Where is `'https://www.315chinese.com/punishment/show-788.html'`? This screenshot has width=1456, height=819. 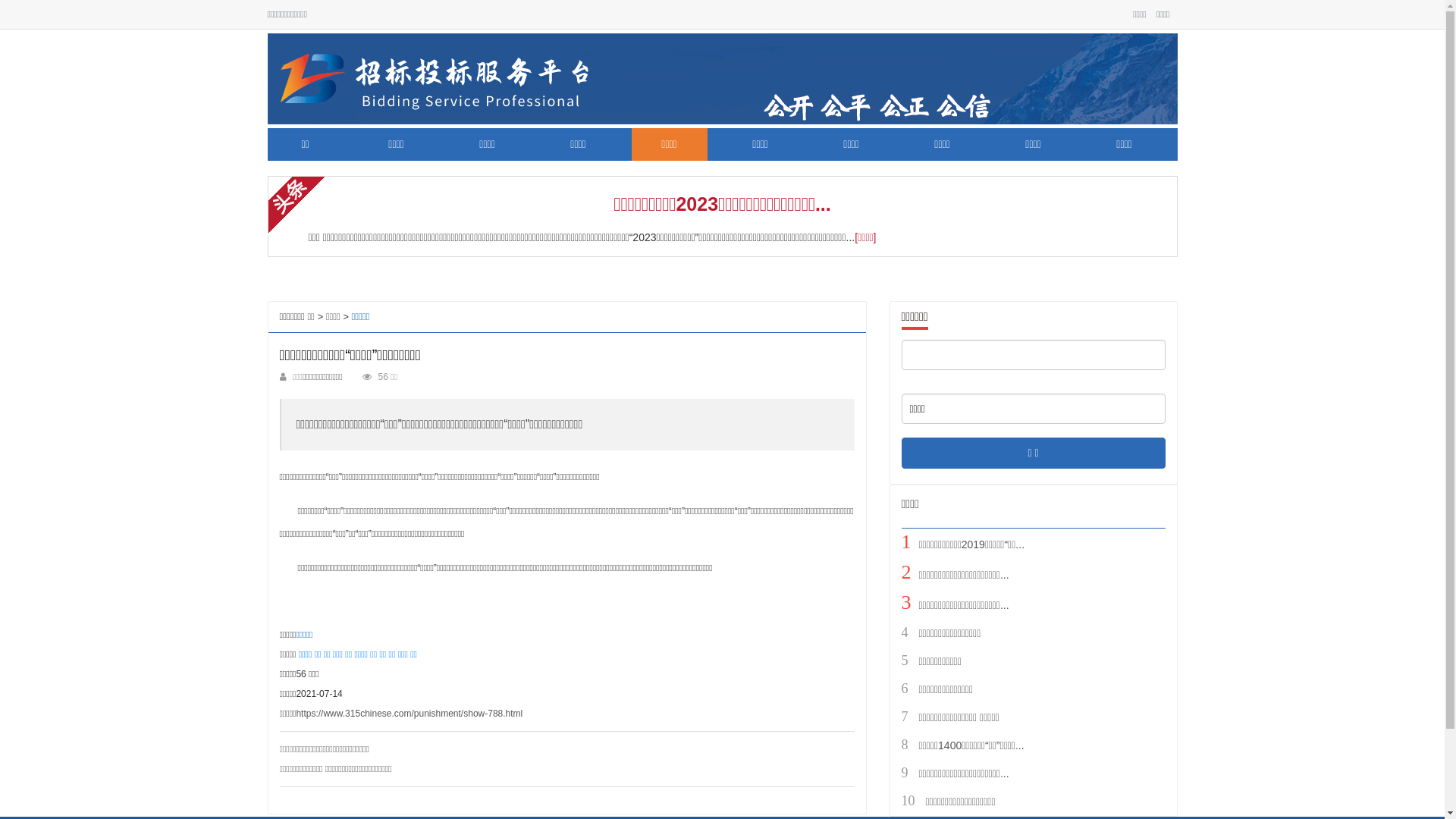
'https://www.315chinese.com/punishment/show-788.html' is located at coordinates (409, 714).